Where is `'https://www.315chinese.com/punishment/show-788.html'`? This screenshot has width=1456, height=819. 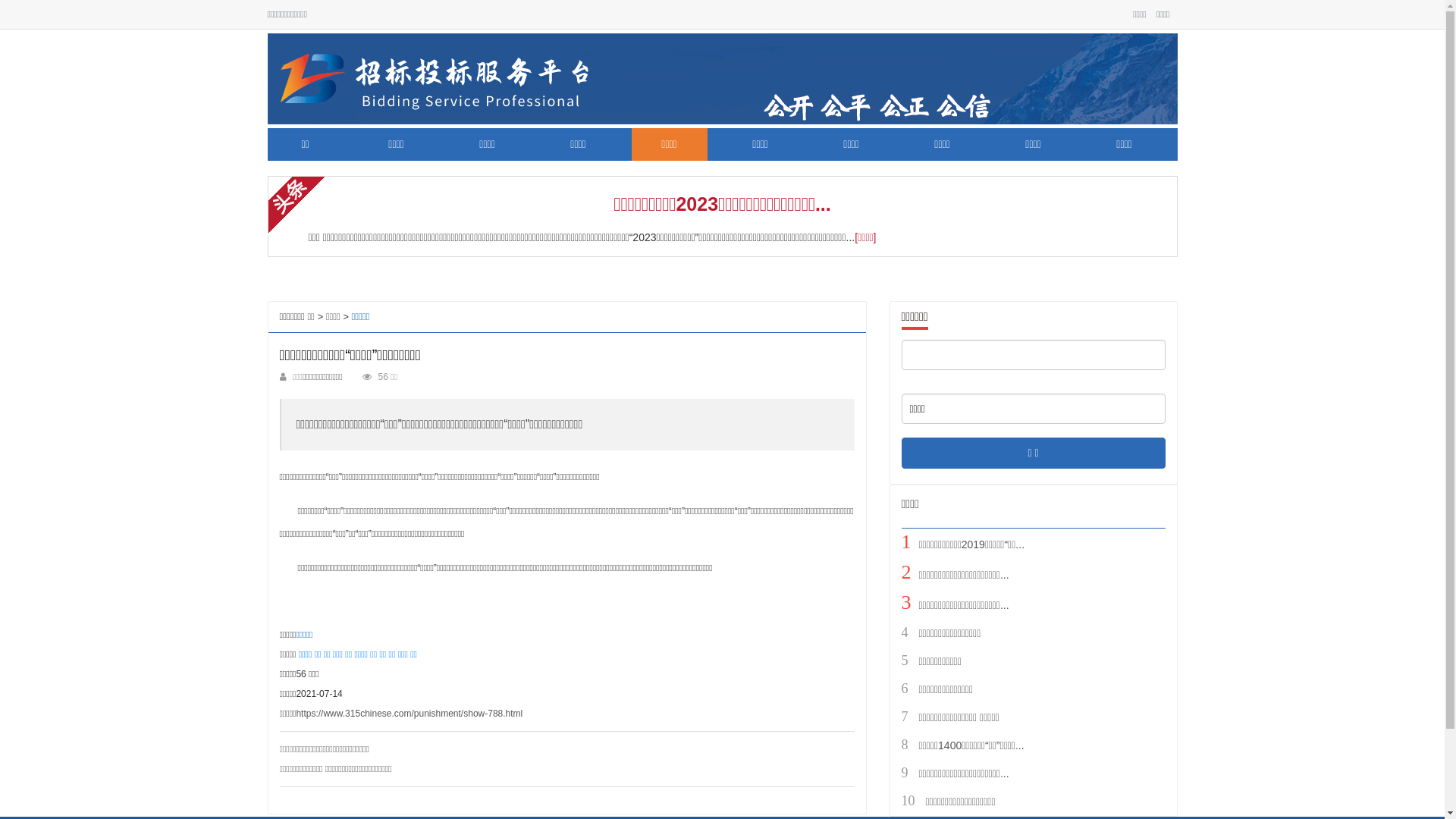
'https://www.315chinese.com/punishment/show-788.html' is located at coordinates (409, 714).